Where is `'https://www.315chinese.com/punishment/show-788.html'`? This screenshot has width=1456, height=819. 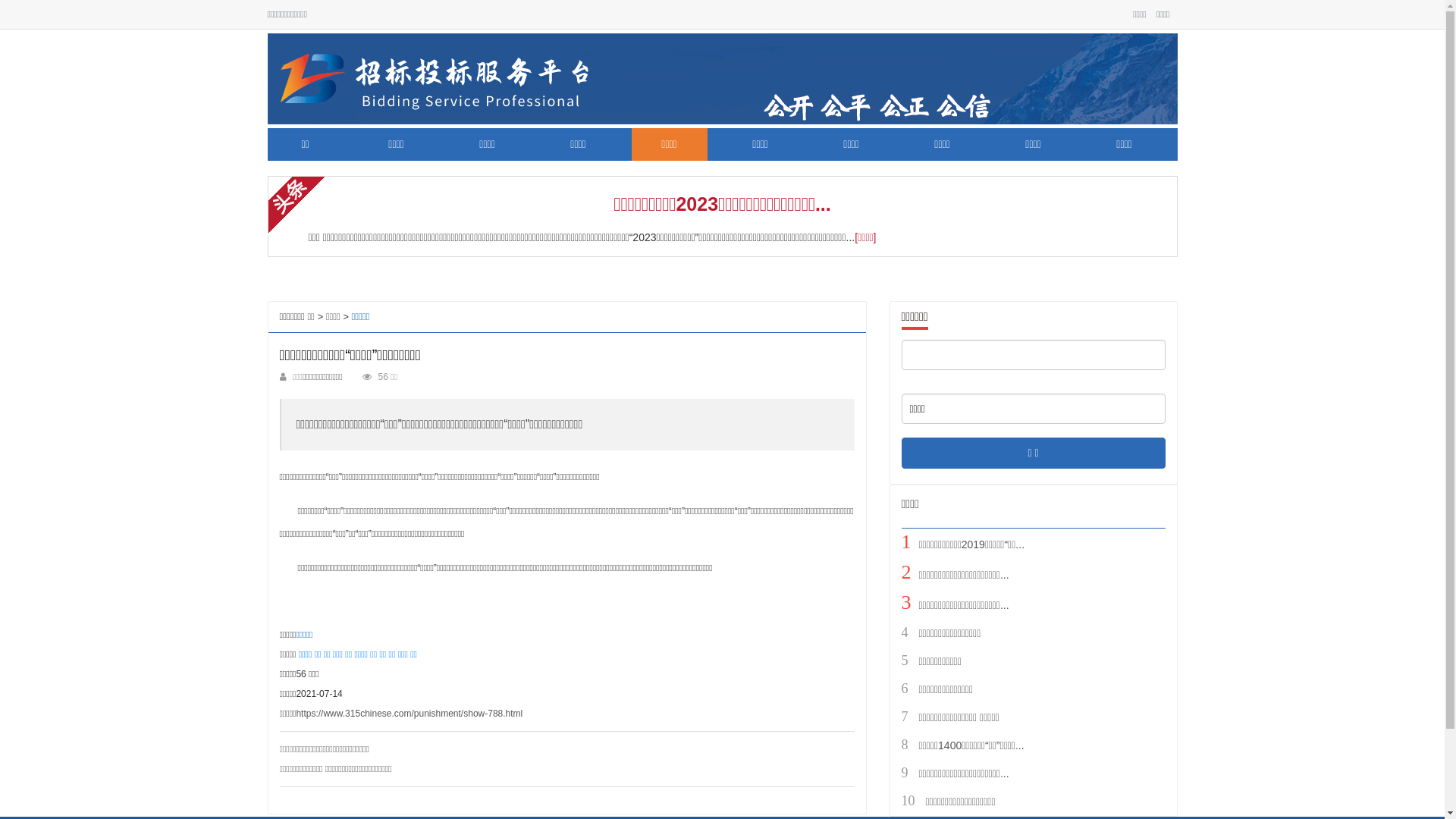
'https://www.315chinese.com/punishment/show-788.html' is located at coordinates (409, 714).